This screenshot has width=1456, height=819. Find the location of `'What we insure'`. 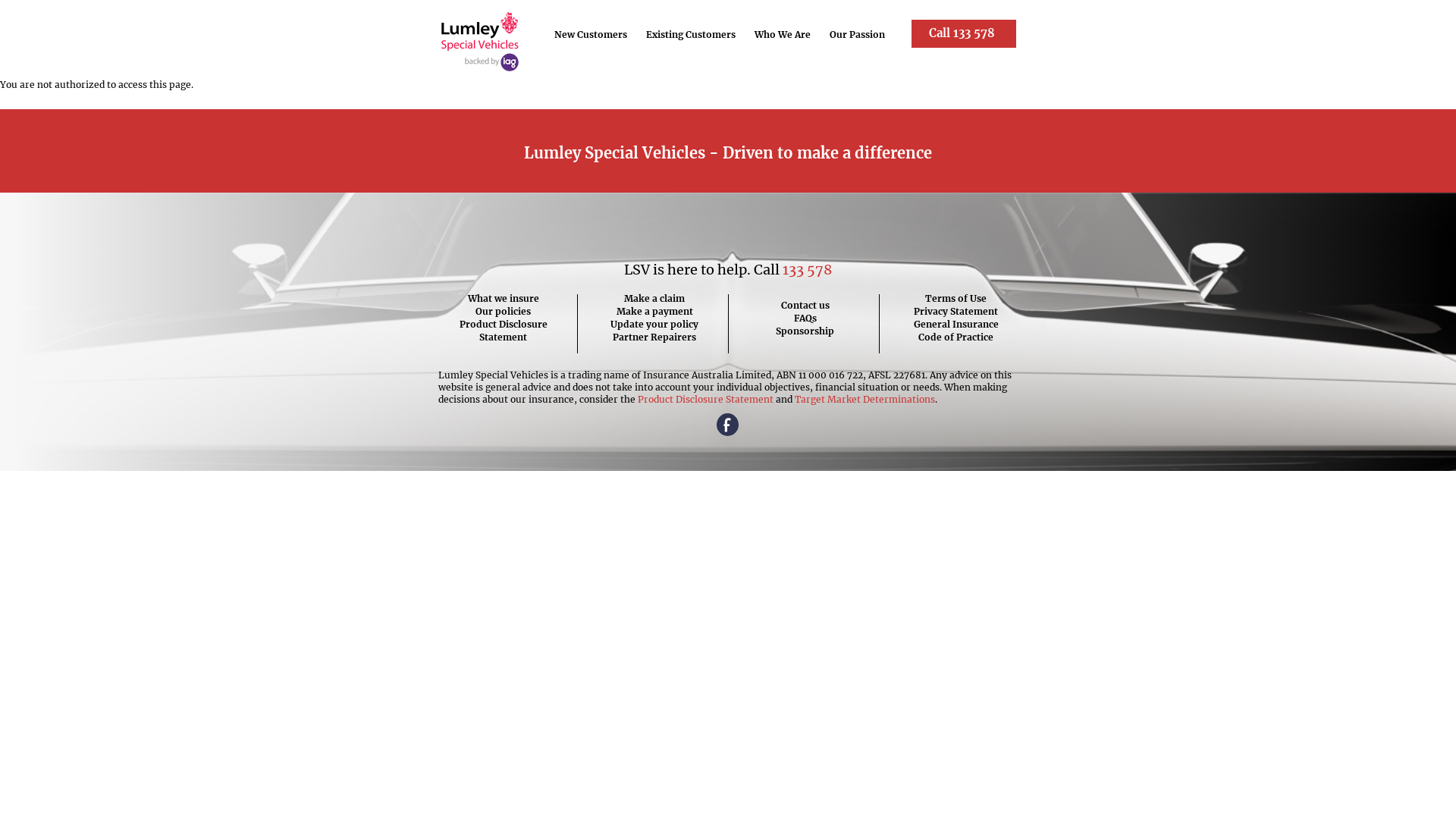

'What we insure' is located at coordinates (458, 298).